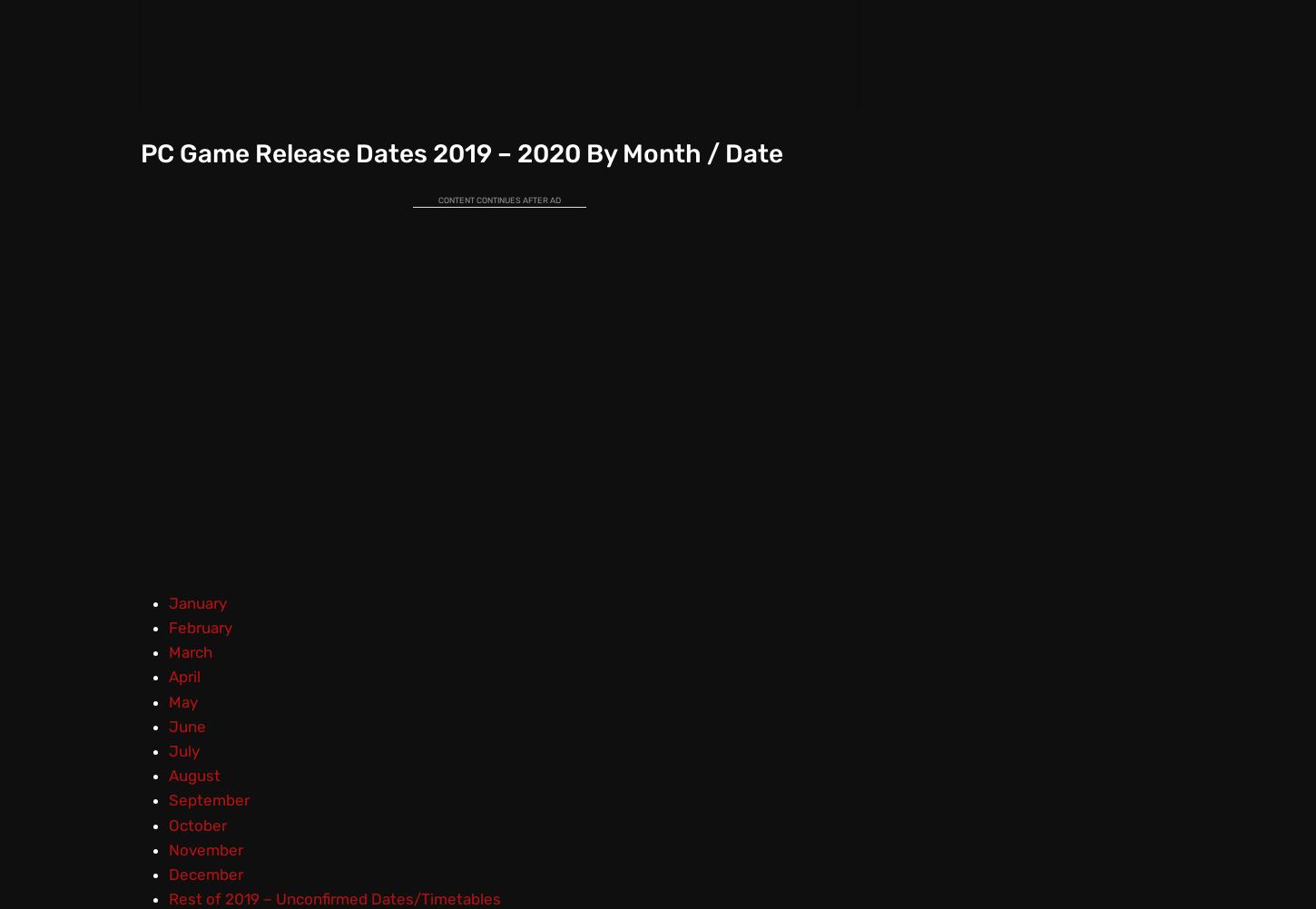 This screenshot has width=1316, height=909. Describe the element at coordinates (188, 652) in the screenshot. I see `'March'` at that location.